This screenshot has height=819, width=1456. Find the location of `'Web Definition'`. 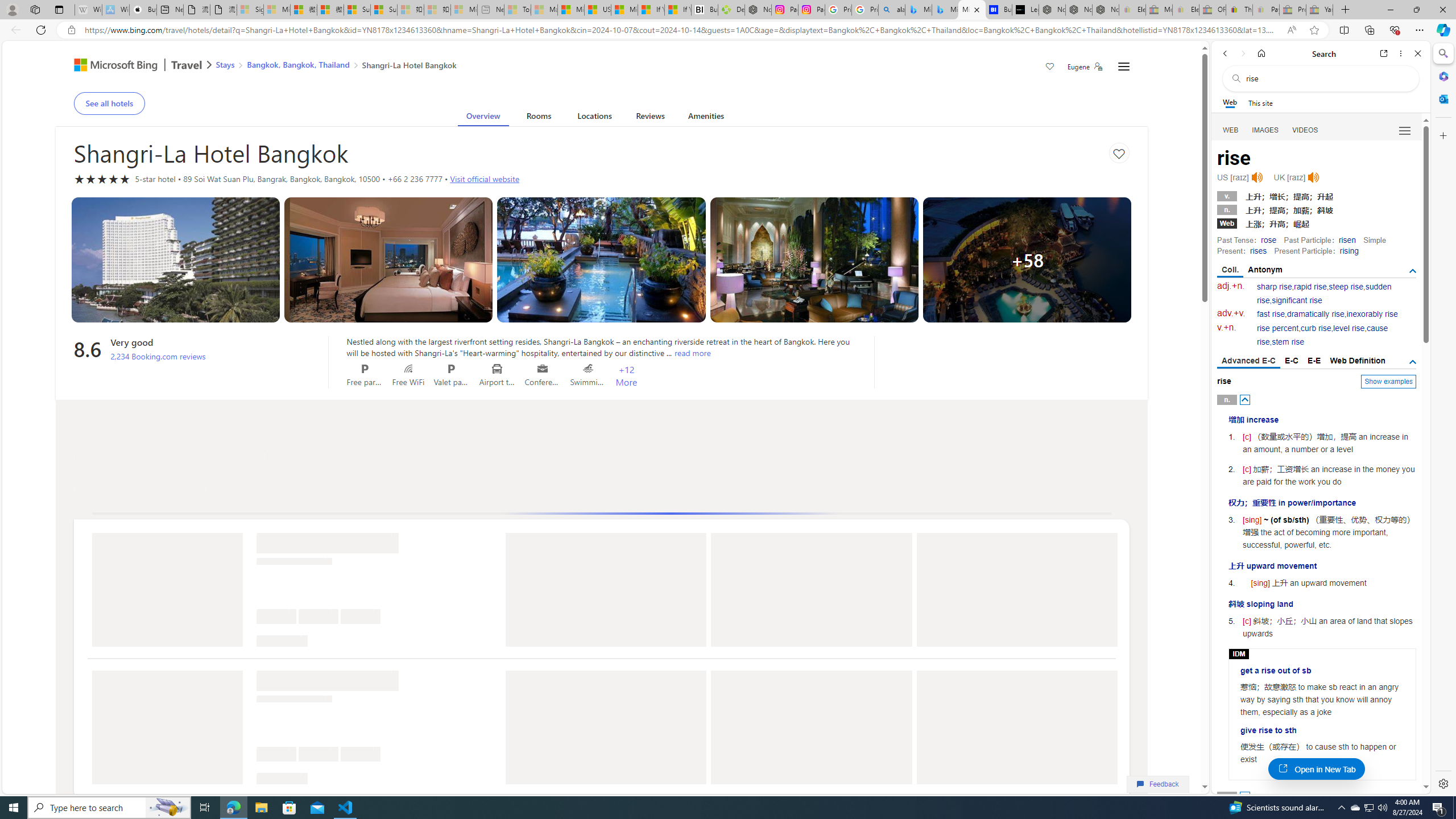

'Web Definition' is located at coordinates (1357, 360).